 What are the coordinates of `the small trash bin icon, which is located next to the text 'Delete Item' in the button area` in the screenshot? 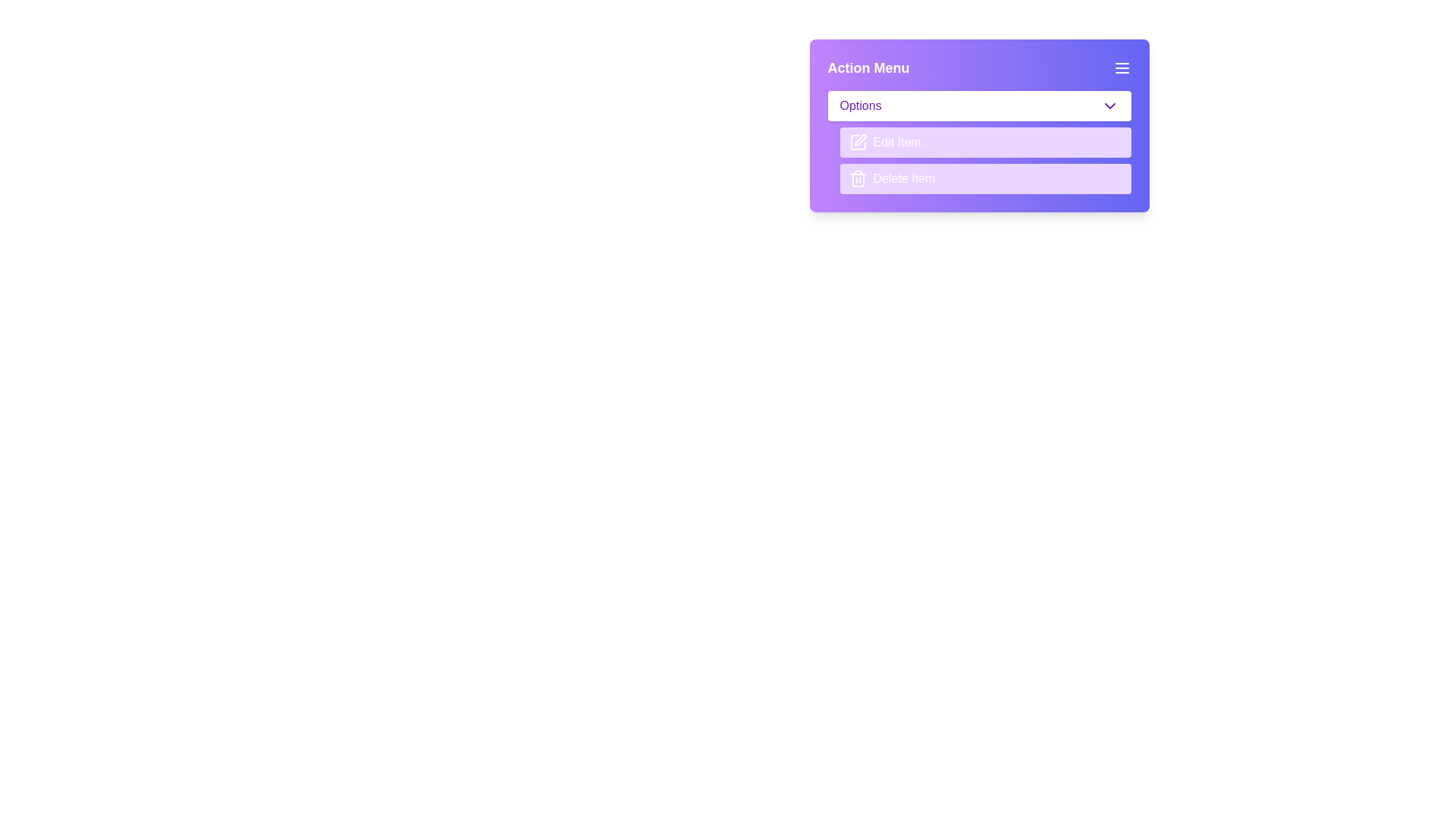 It's located at (858, 177).